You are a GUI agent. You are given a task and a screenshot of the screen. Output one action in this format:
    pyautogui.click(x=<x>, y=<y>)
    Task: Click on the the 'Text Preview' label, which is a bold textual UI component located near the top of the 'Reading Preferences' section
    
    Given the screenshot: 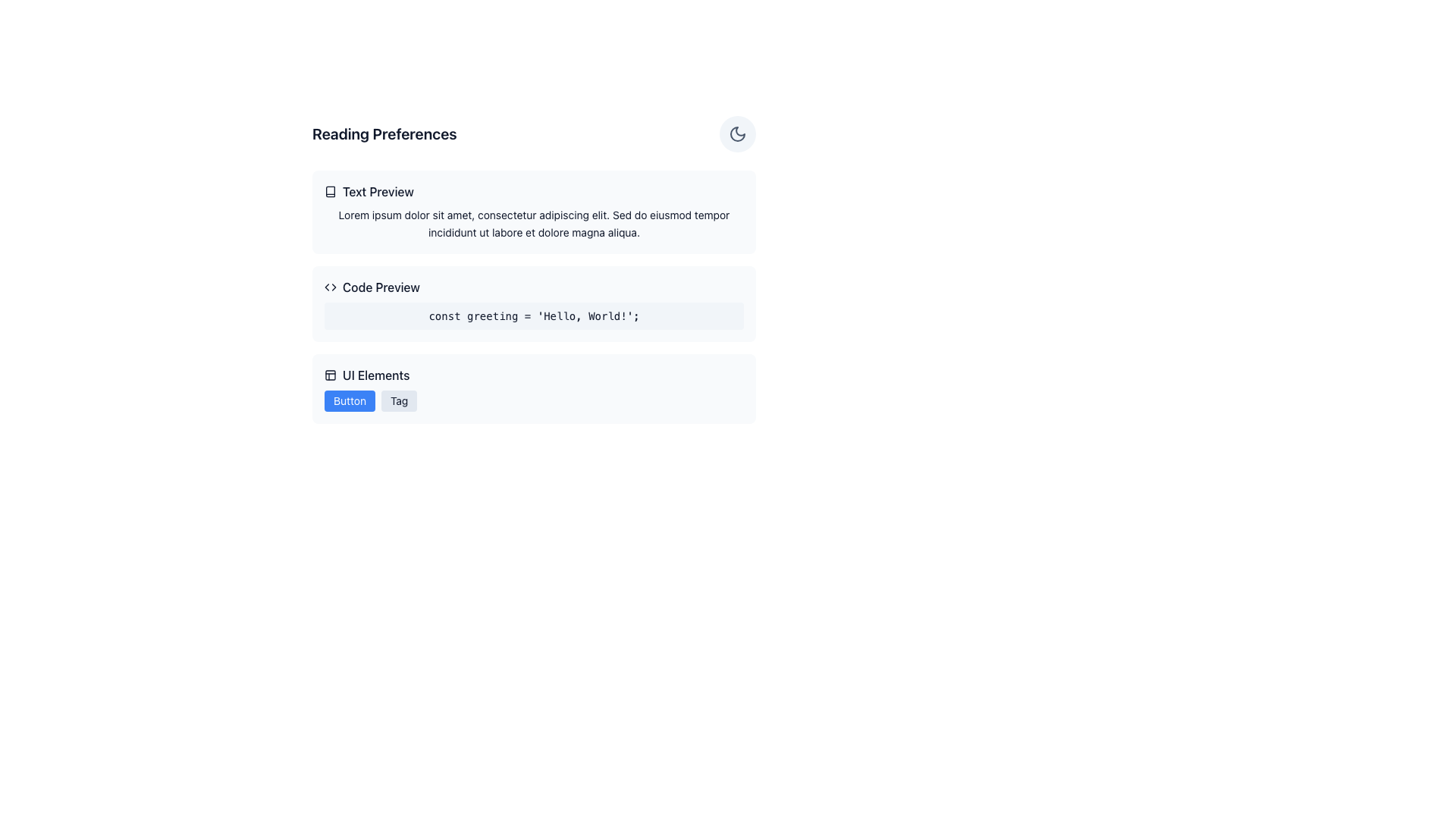 What is the action you would take?
    pyautogui.click(x=378, y=191)
    